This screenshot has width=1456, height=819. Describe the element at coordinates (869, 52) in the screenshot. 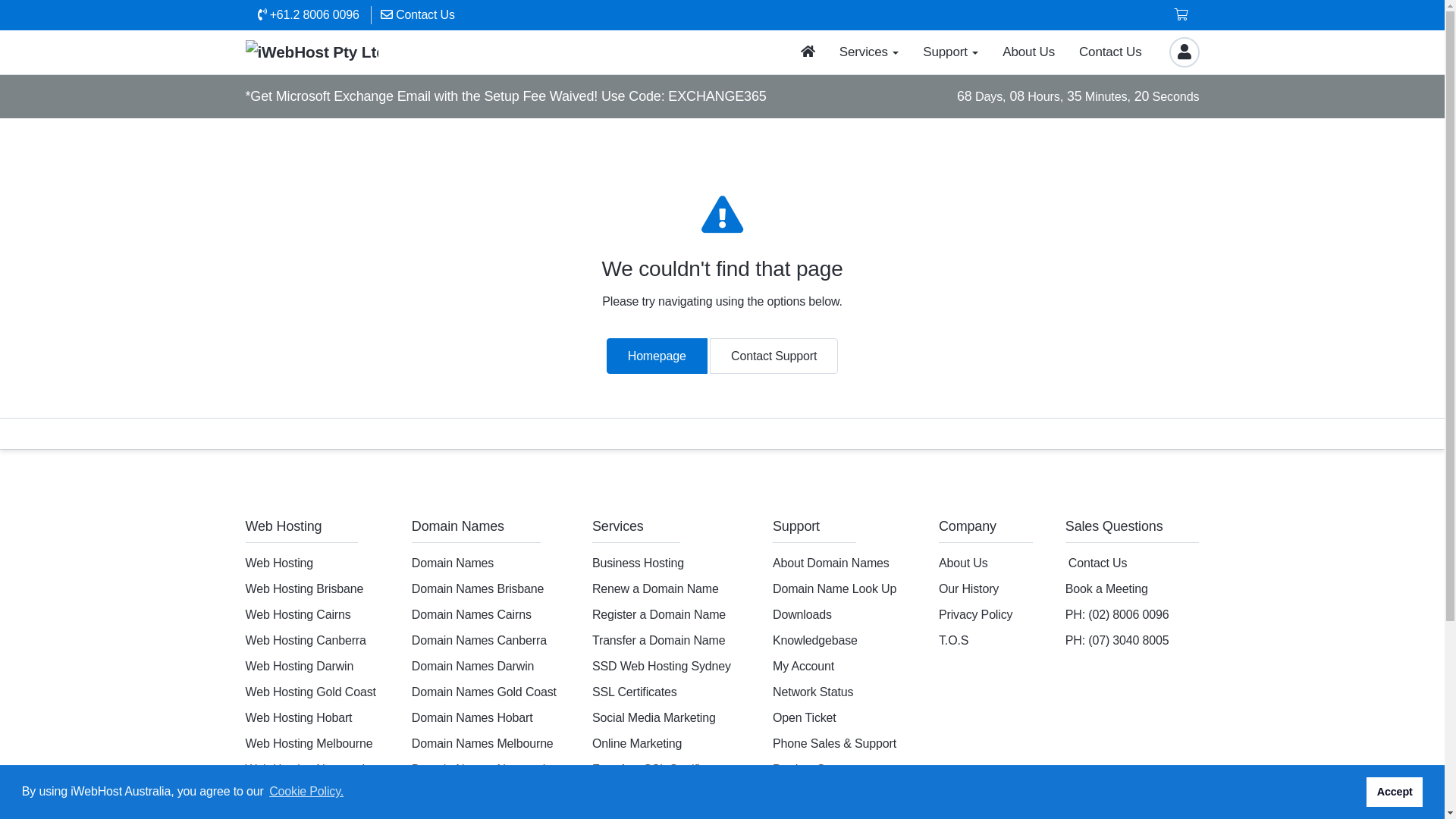

I see `'Services'` at that location.